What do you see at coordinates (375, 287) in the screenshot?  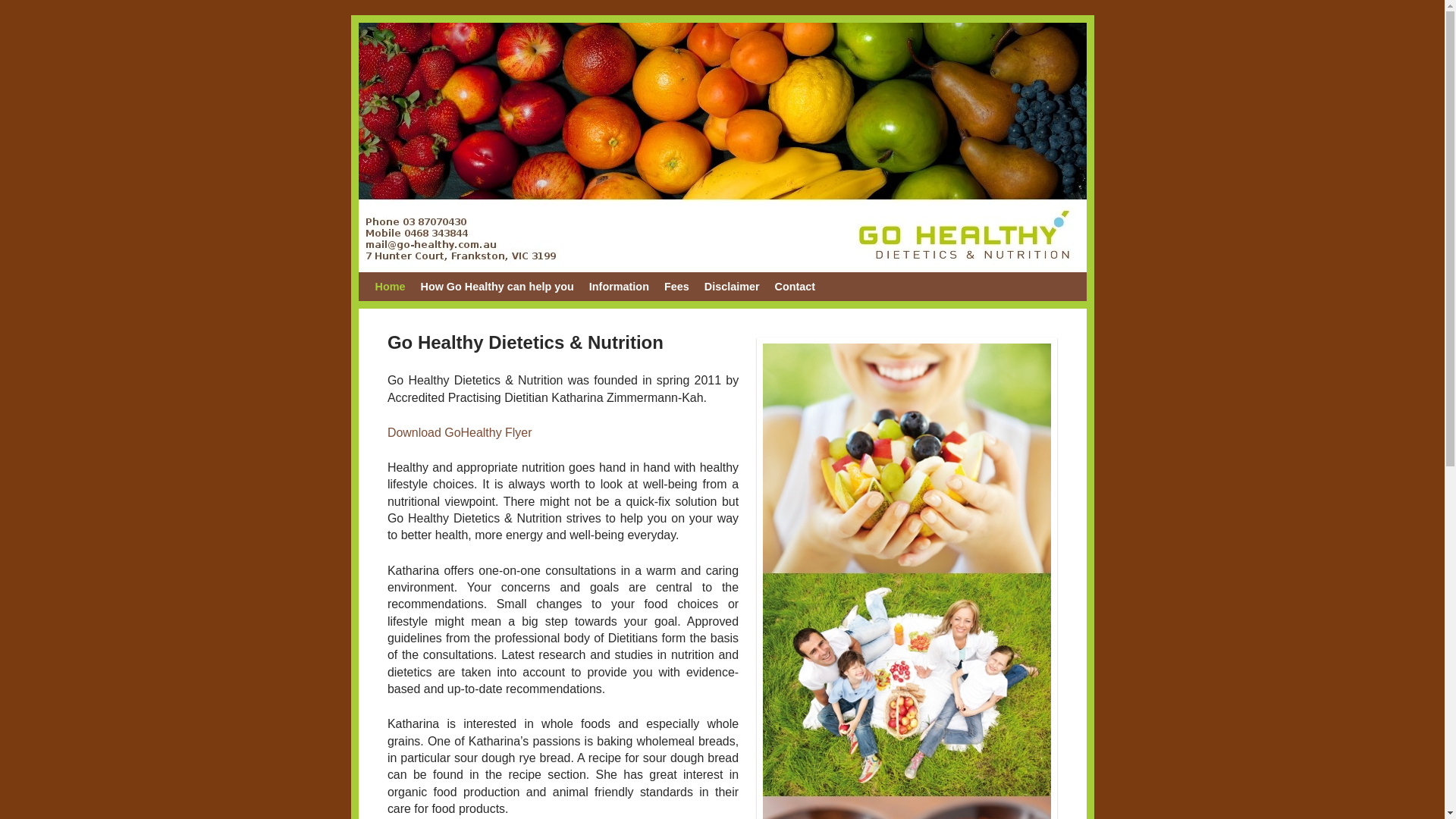 I see `'Skip to secondary content'` at bounding box center [375, 287].